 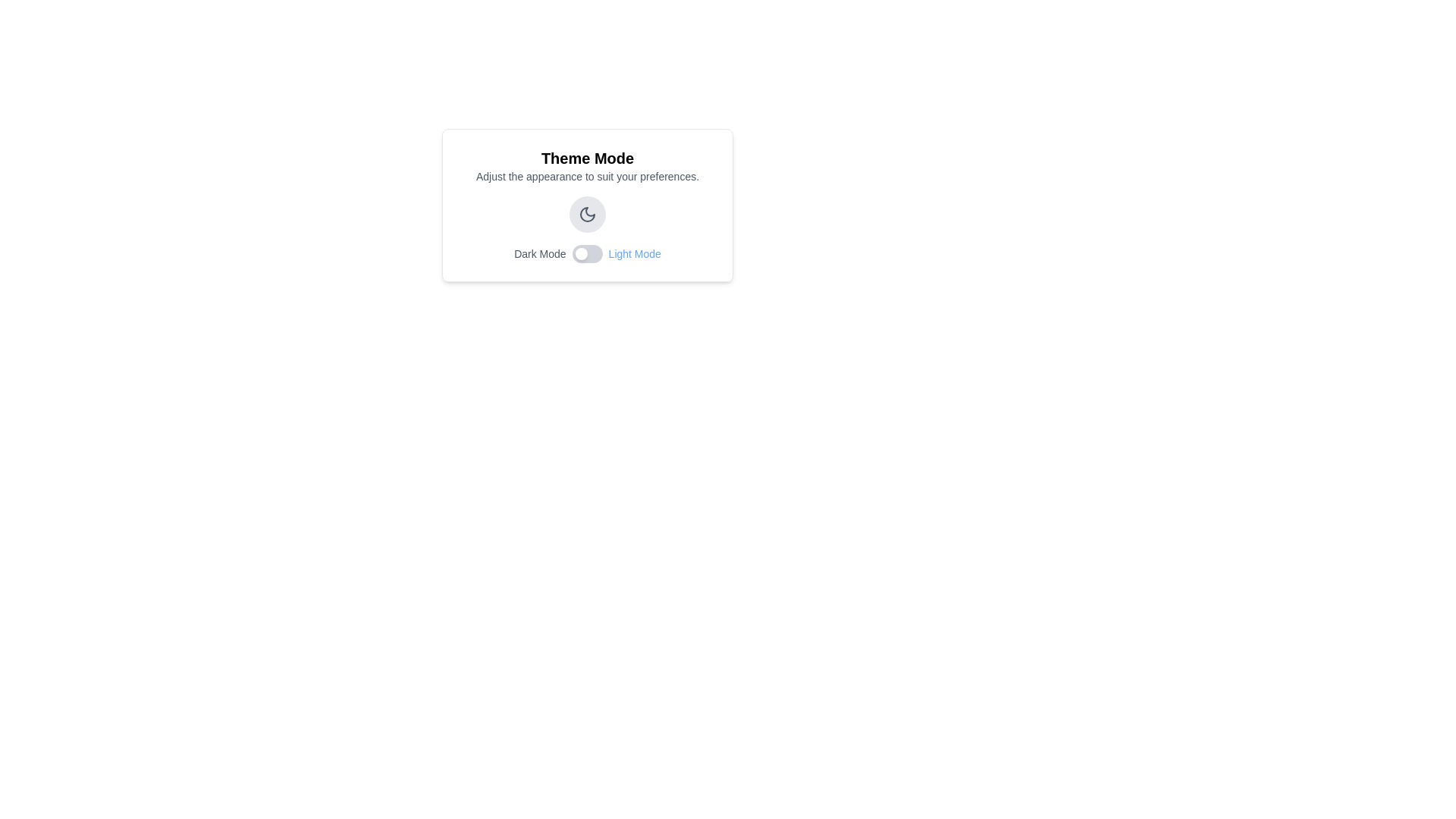 What do you see at coordinates (586, 253) in the screenshot?
I see `the toggle switch for 'Dark Mode' and 'Light Mode' located below the title 'Theme Mode'` at bounding box center [586, 253].